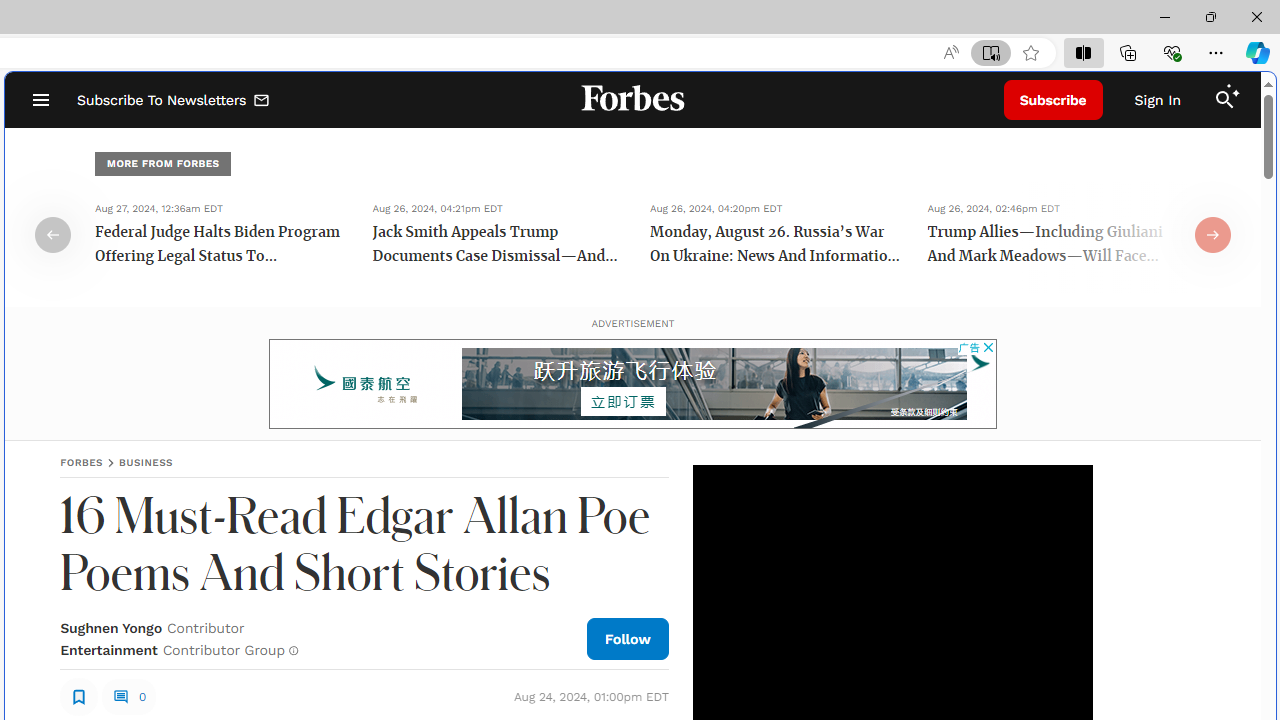 The width and height of the screenshot is (1280, 720). Describe the element at coordinates (53, 233) in the screenshot. I see `'Class: fs-icon fs-icon--arrow-left'` at that location.